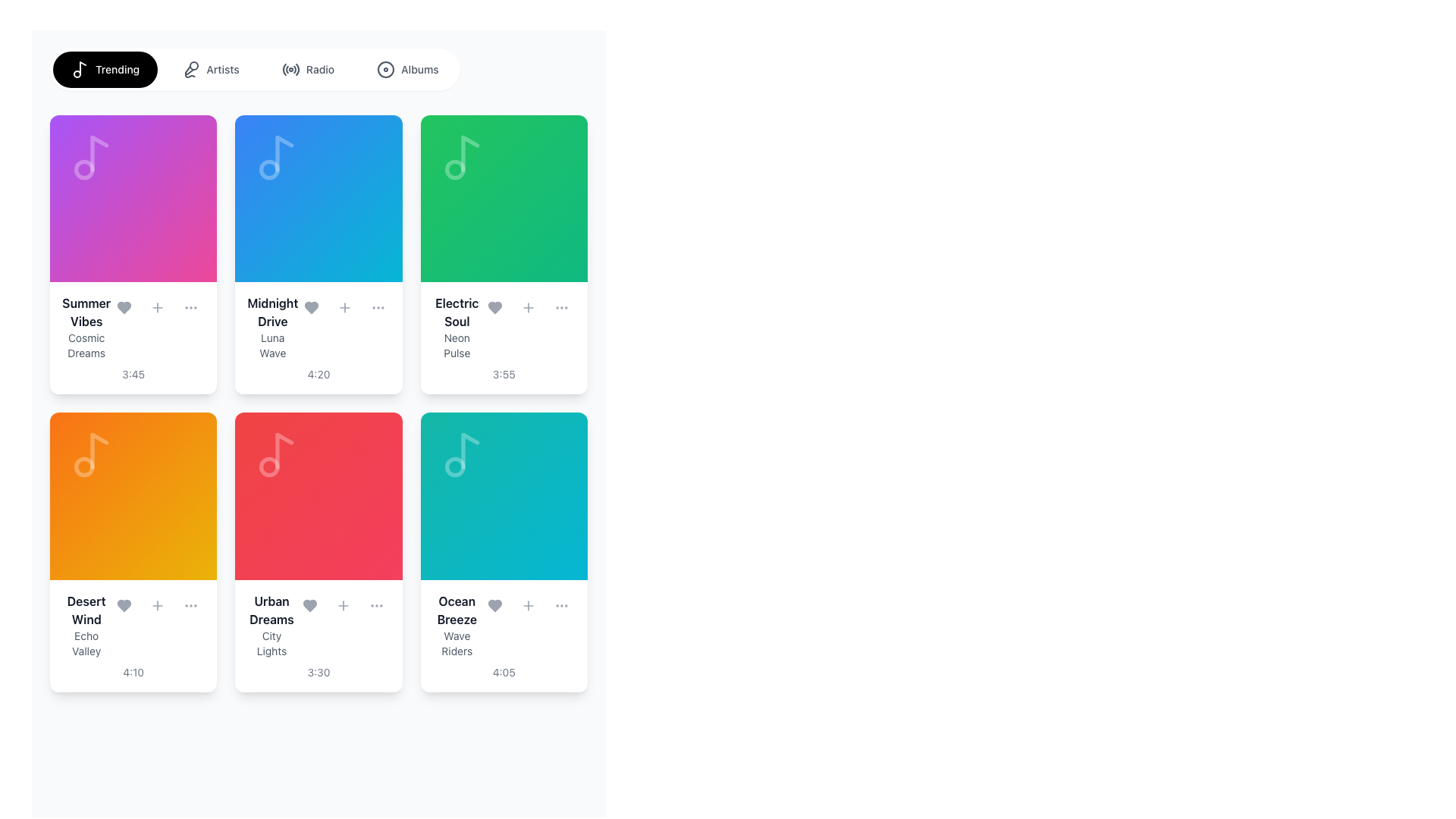 This screenshot has width=1456, height=819. I want to click on the central interactive button within the 'Electric Soul' card to scale it up, so click(504, 198).